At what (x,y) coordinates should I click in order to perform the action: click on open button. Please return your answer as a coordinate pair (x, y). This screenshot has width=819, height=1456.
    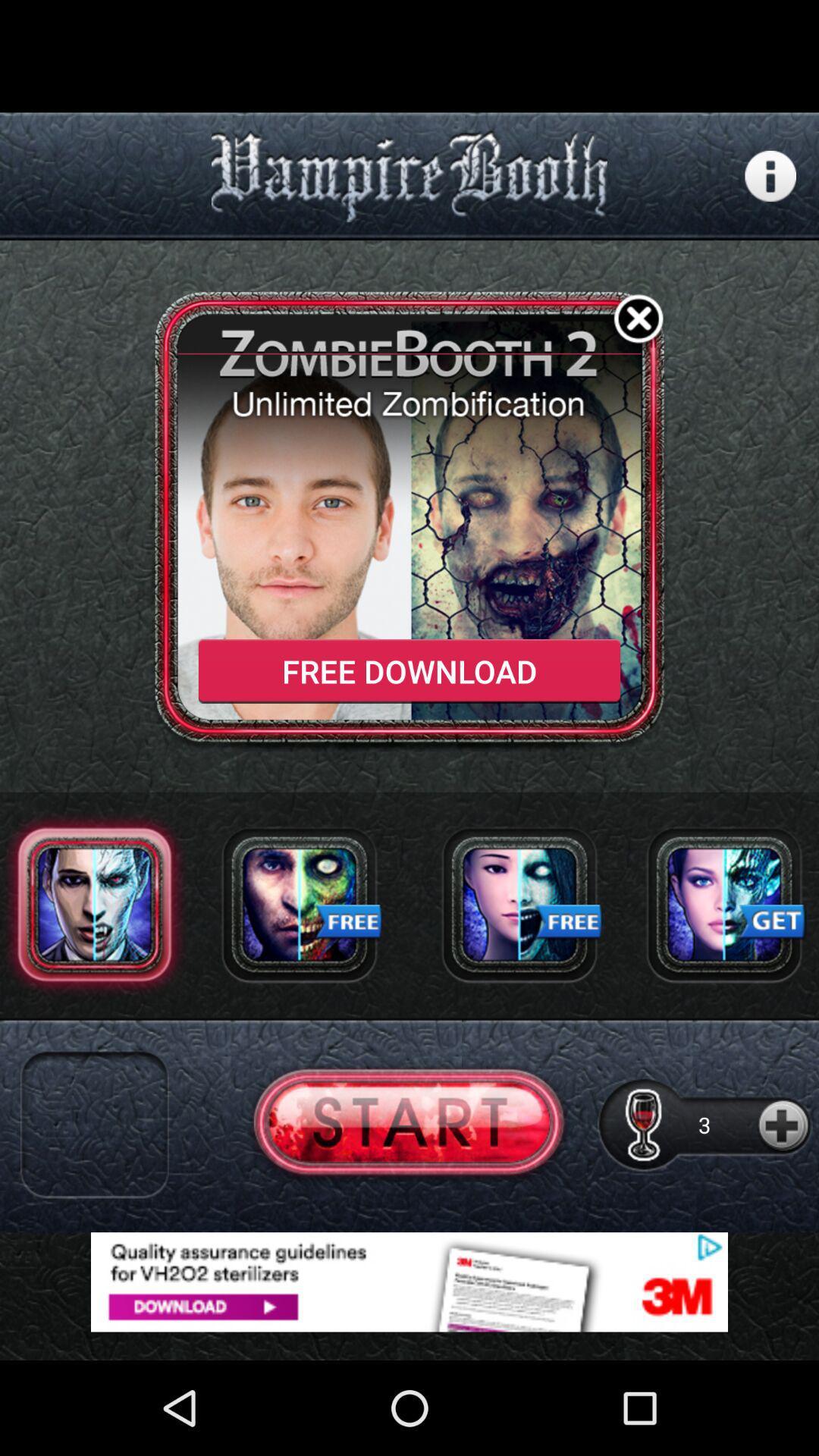
    Looking at the image, I should click on (408, 1125).